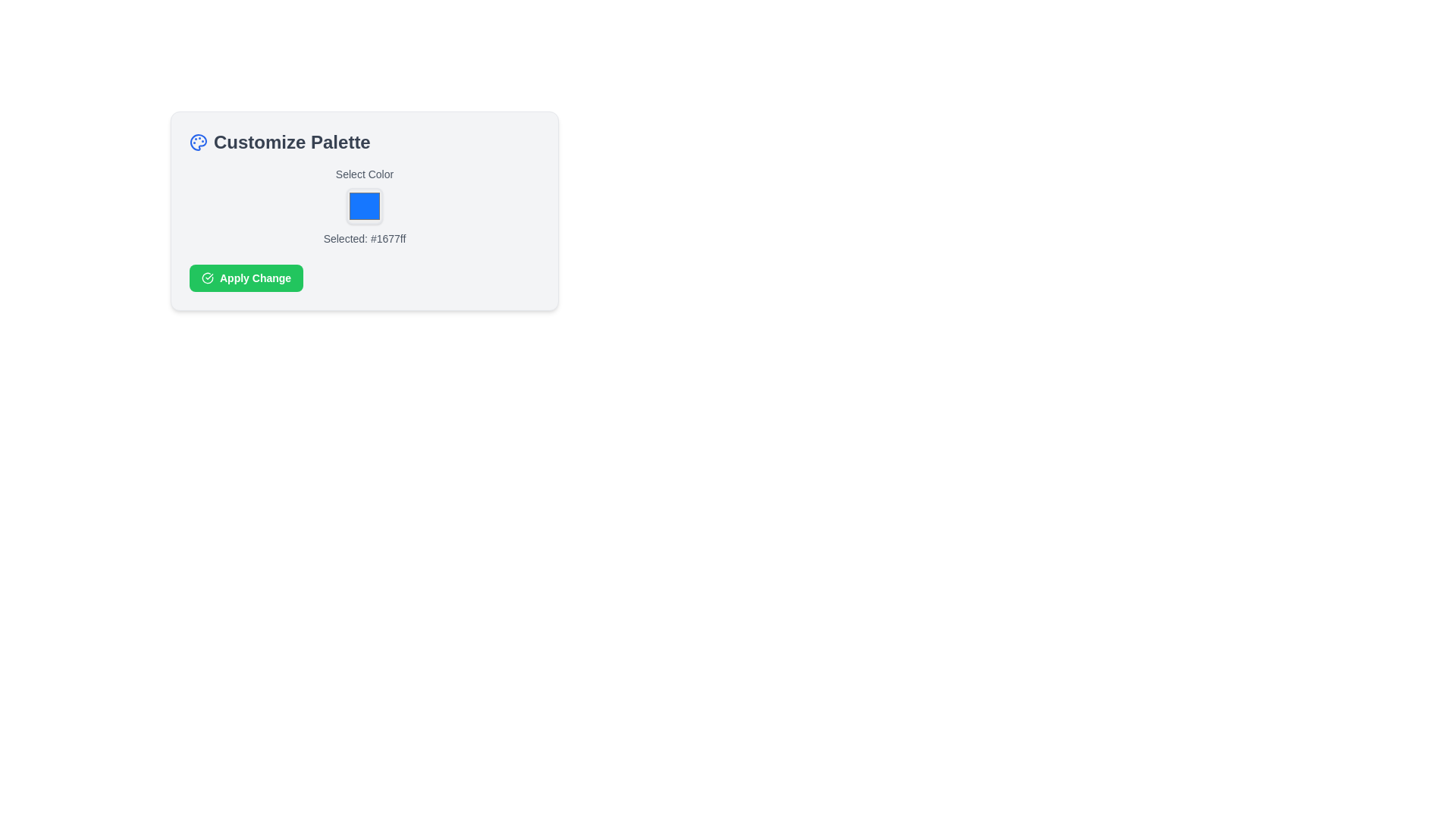  I want to click on the blue color selection button with rounded corners located, so click(364, 206).